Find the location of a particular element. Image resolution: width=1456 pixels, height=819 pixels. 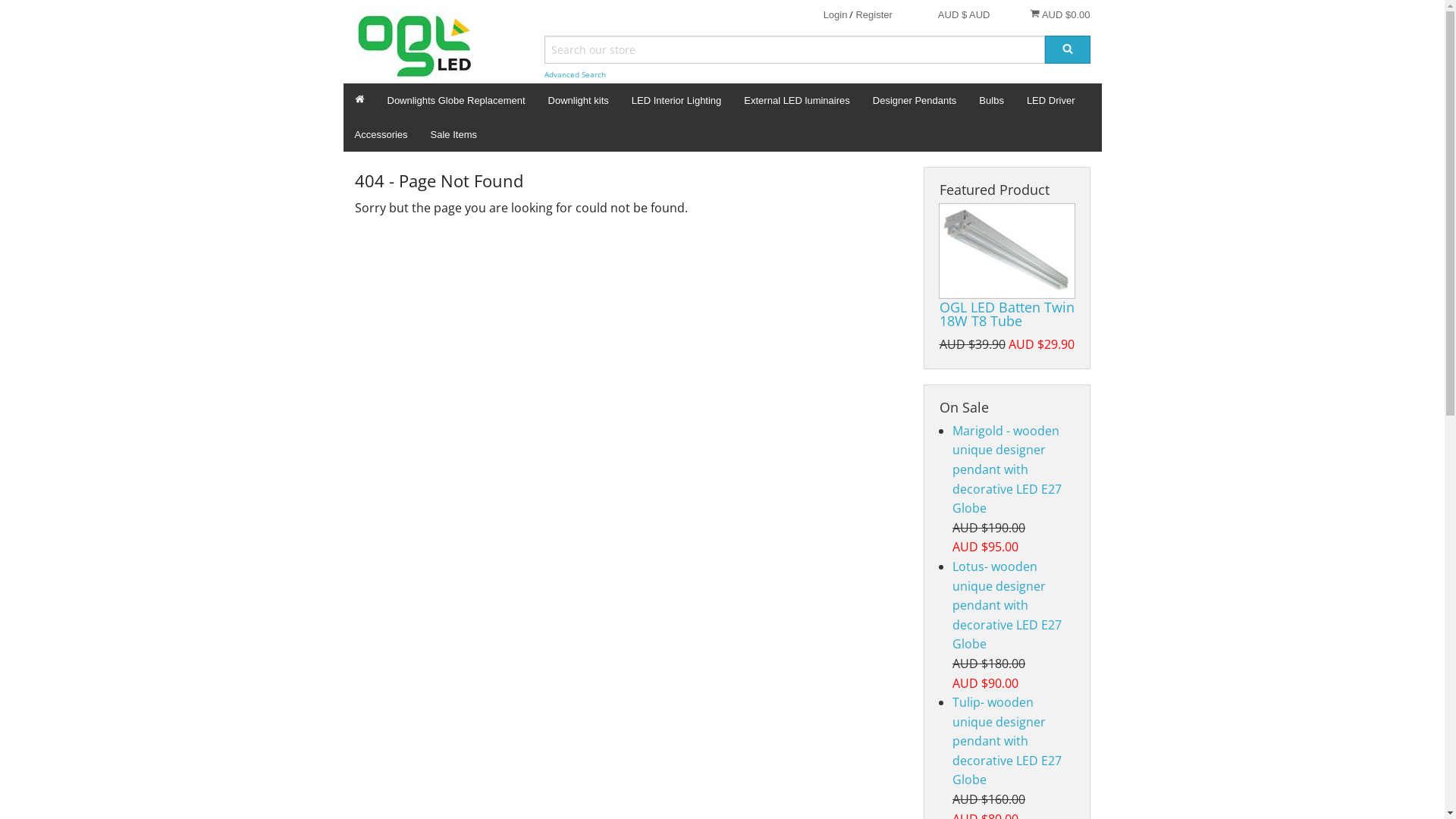

'LED Interior Lighting' is located at coordinates (676, 100).